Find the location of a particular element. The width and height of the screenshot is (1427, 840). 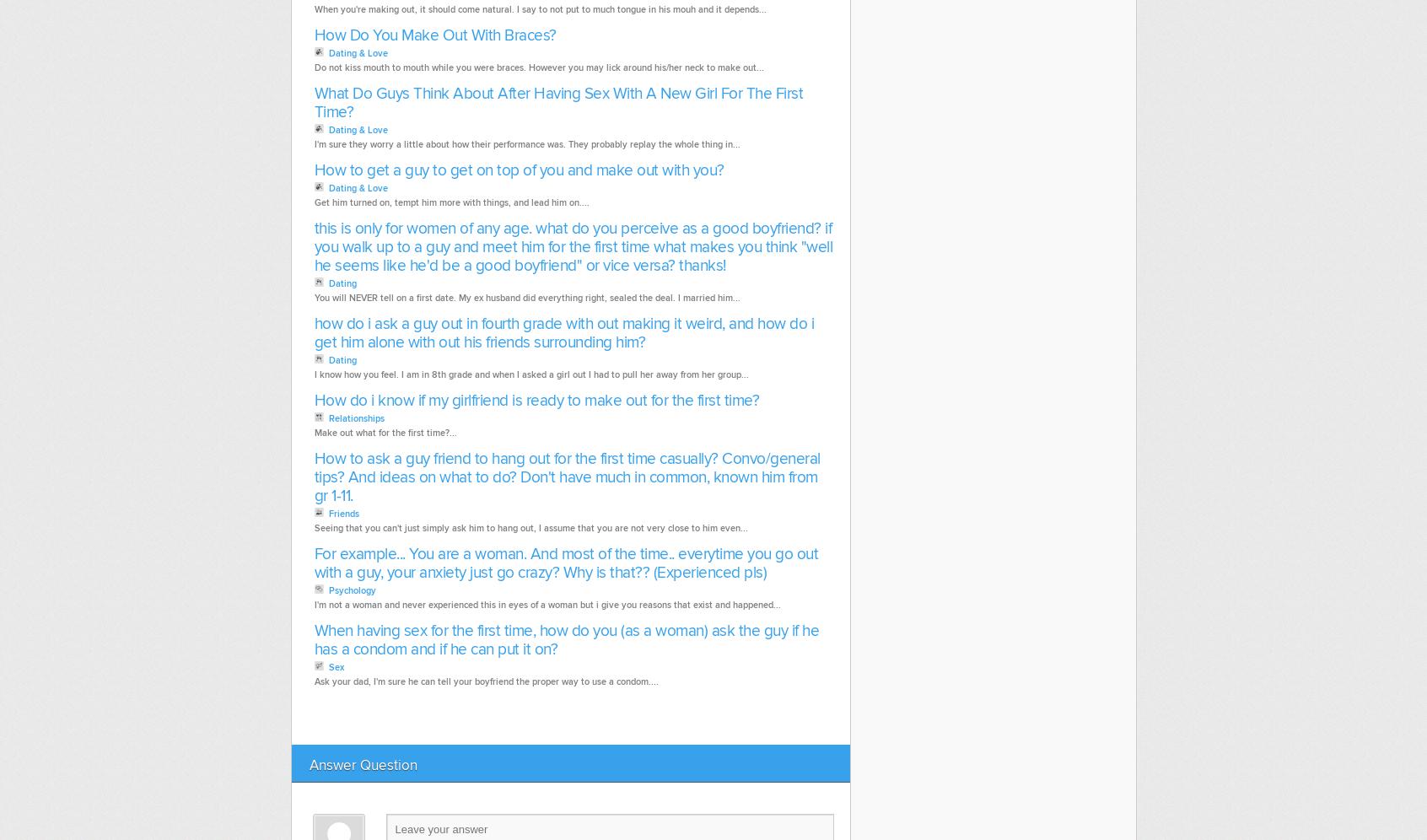

'Answer Question' is located at coordinates (361, 763).